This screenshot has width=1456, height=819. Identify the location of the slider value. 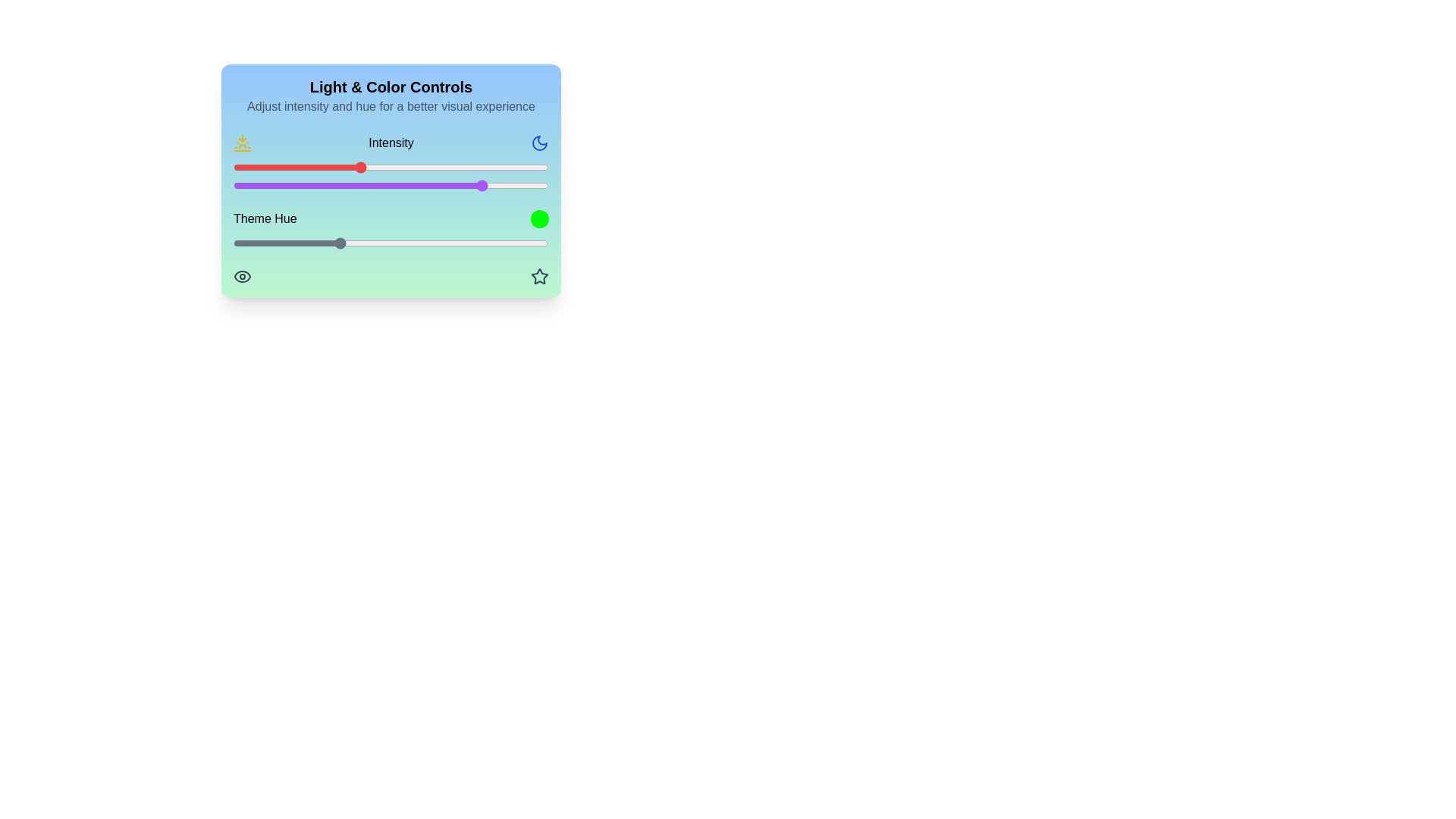
(327, 185).